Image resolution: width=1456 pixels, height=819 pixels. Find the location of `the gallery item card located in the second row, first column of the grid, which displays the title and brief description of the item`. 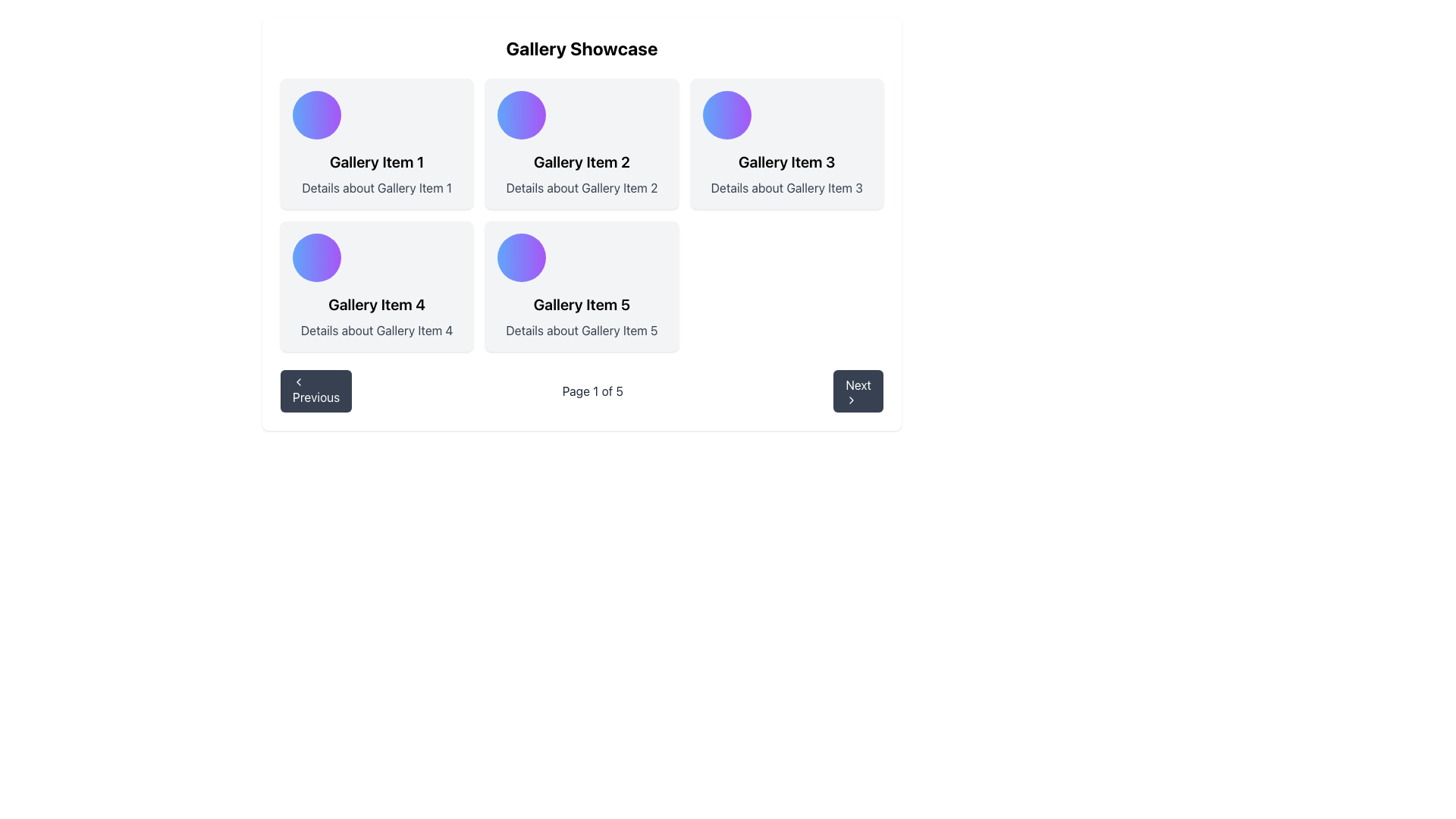

the gallery item card located in the second row, first column of the grid, which displays the title and brief description of the item is located at coordinates (377, 287).